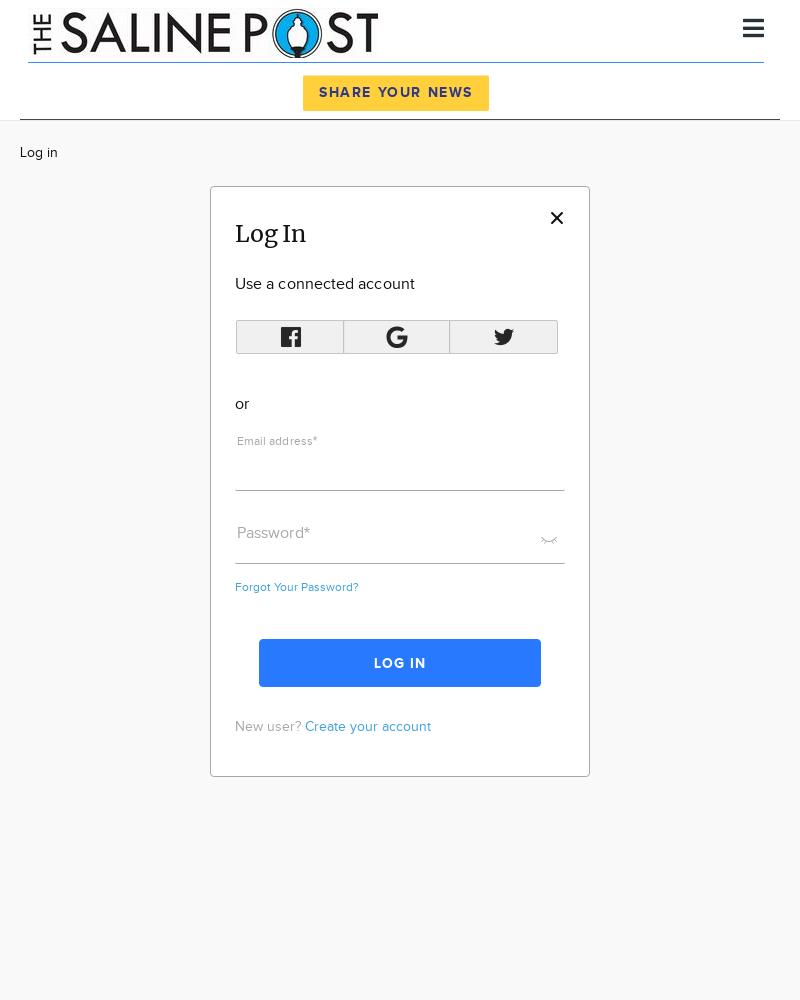  What do you see at coordinates (392, 149) in the screenshot?
I see `'News'` at bounding box center [392, 149].